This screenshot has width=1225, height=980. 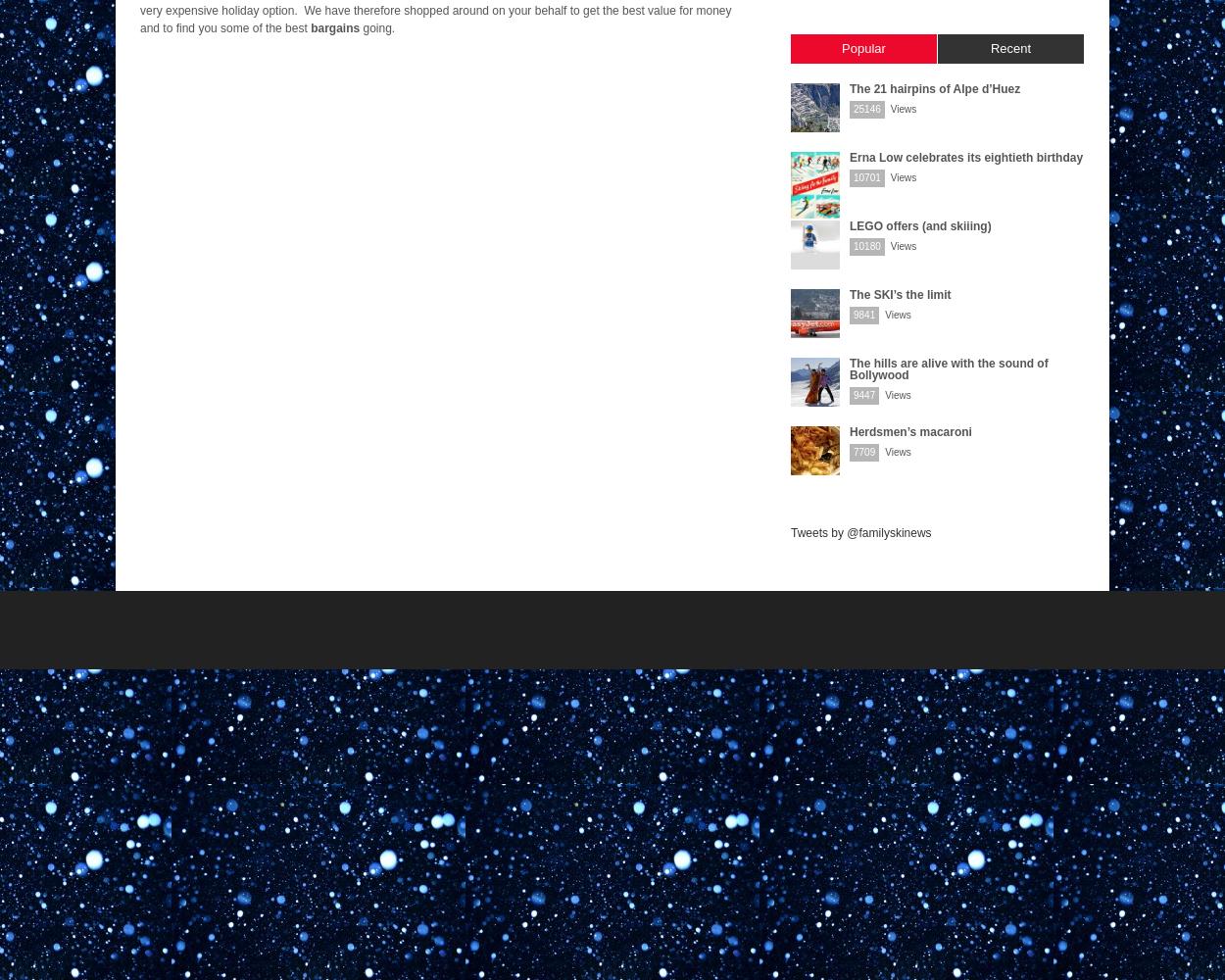 I want to click on '9841', so click(x=864, y=314).